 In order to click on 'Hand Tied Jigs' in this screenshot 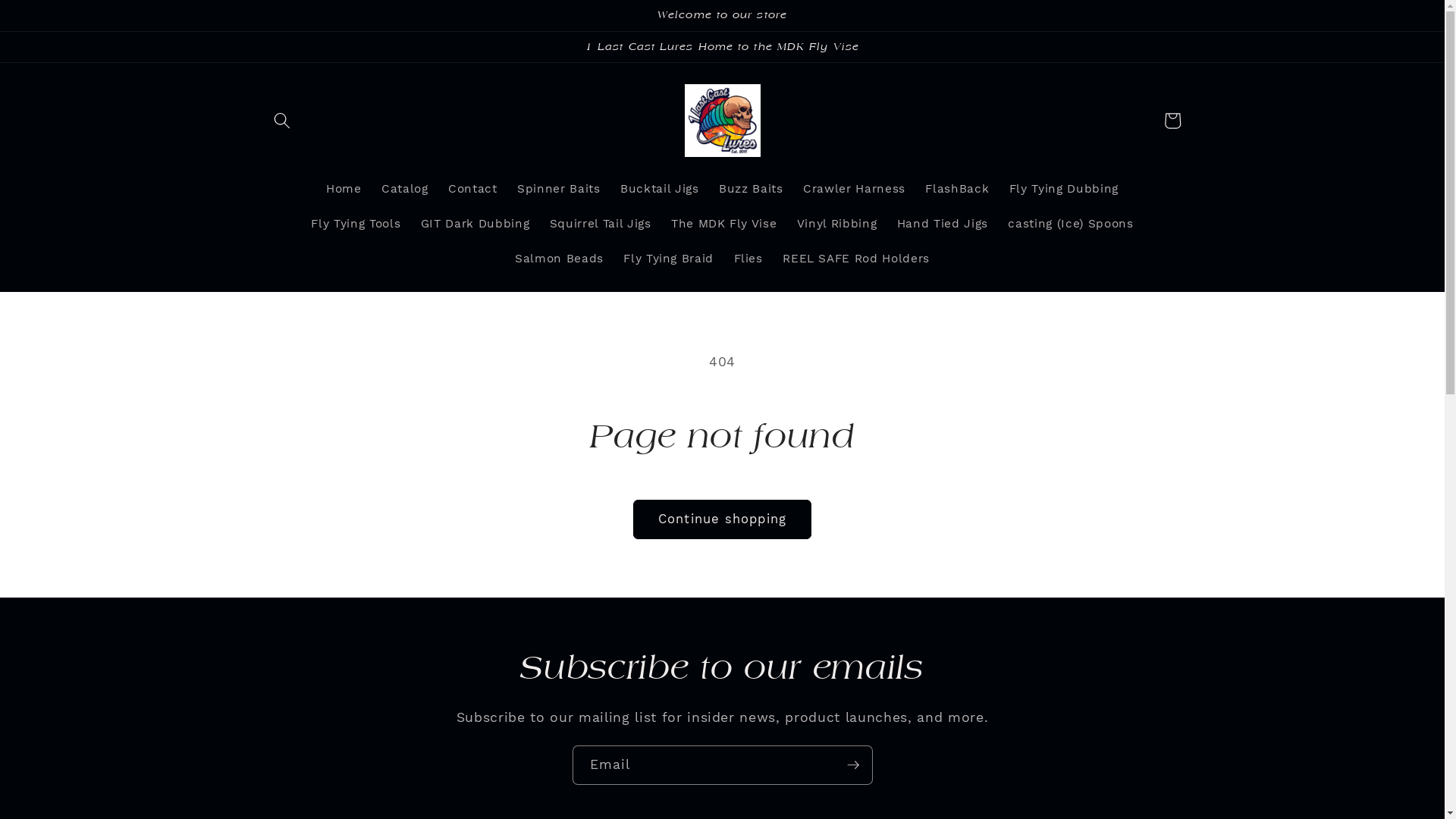, I will do `click(887, 224)`.